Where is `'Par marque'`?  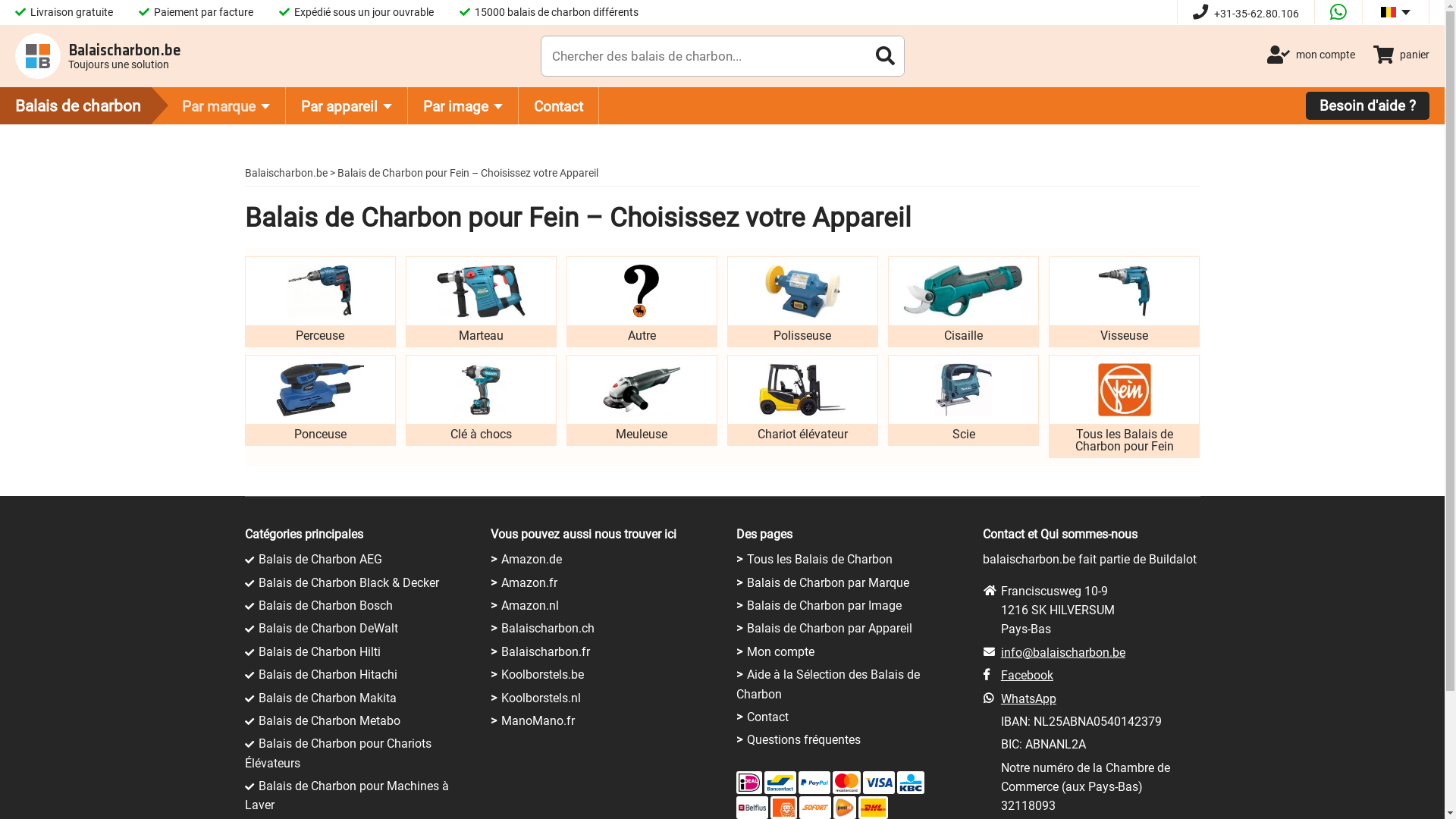
'Par marque' is located at coordinates (225, 105).